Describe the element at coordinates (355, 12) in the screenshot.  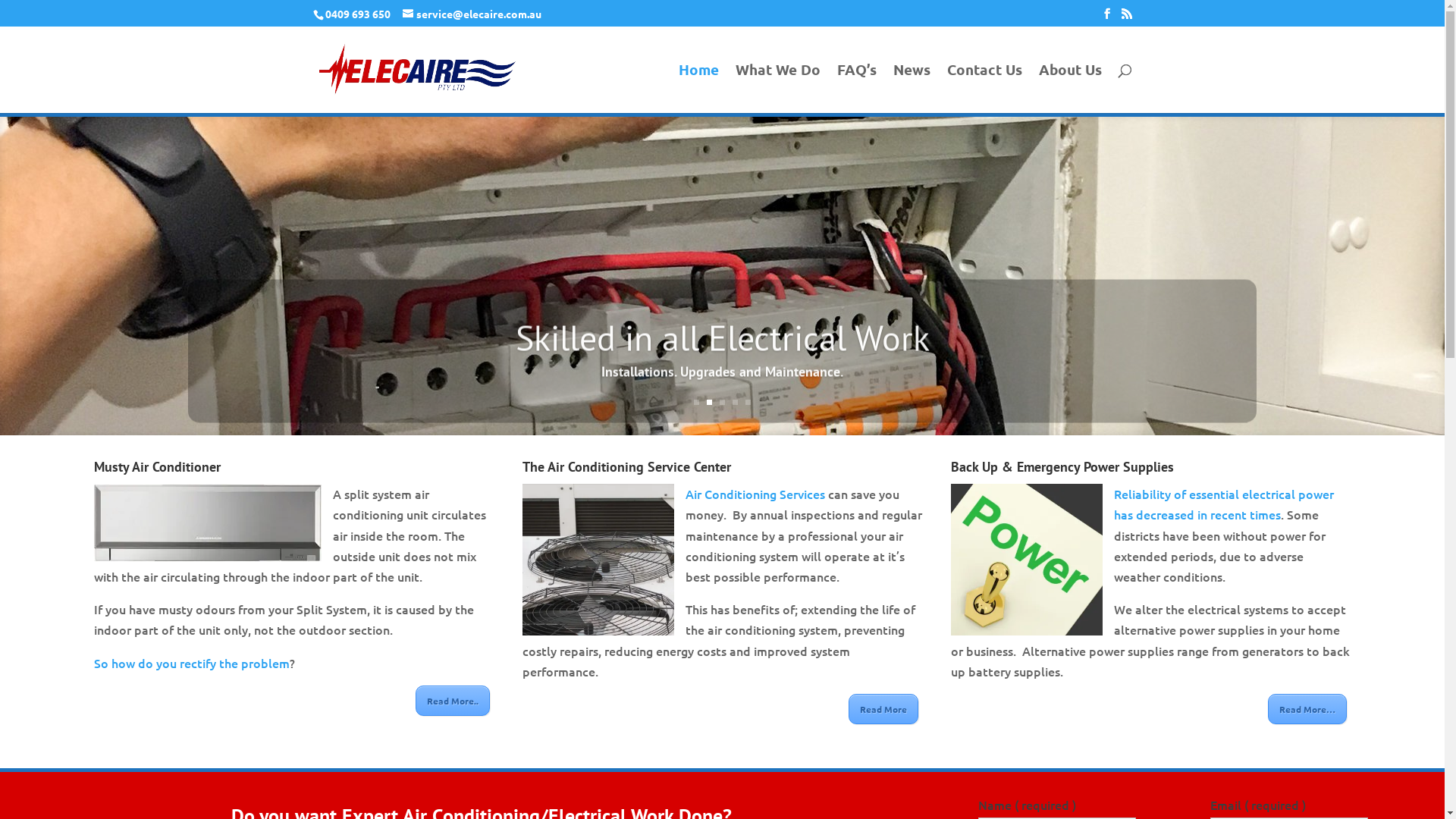
I see `'0409 693 650'` at that location.